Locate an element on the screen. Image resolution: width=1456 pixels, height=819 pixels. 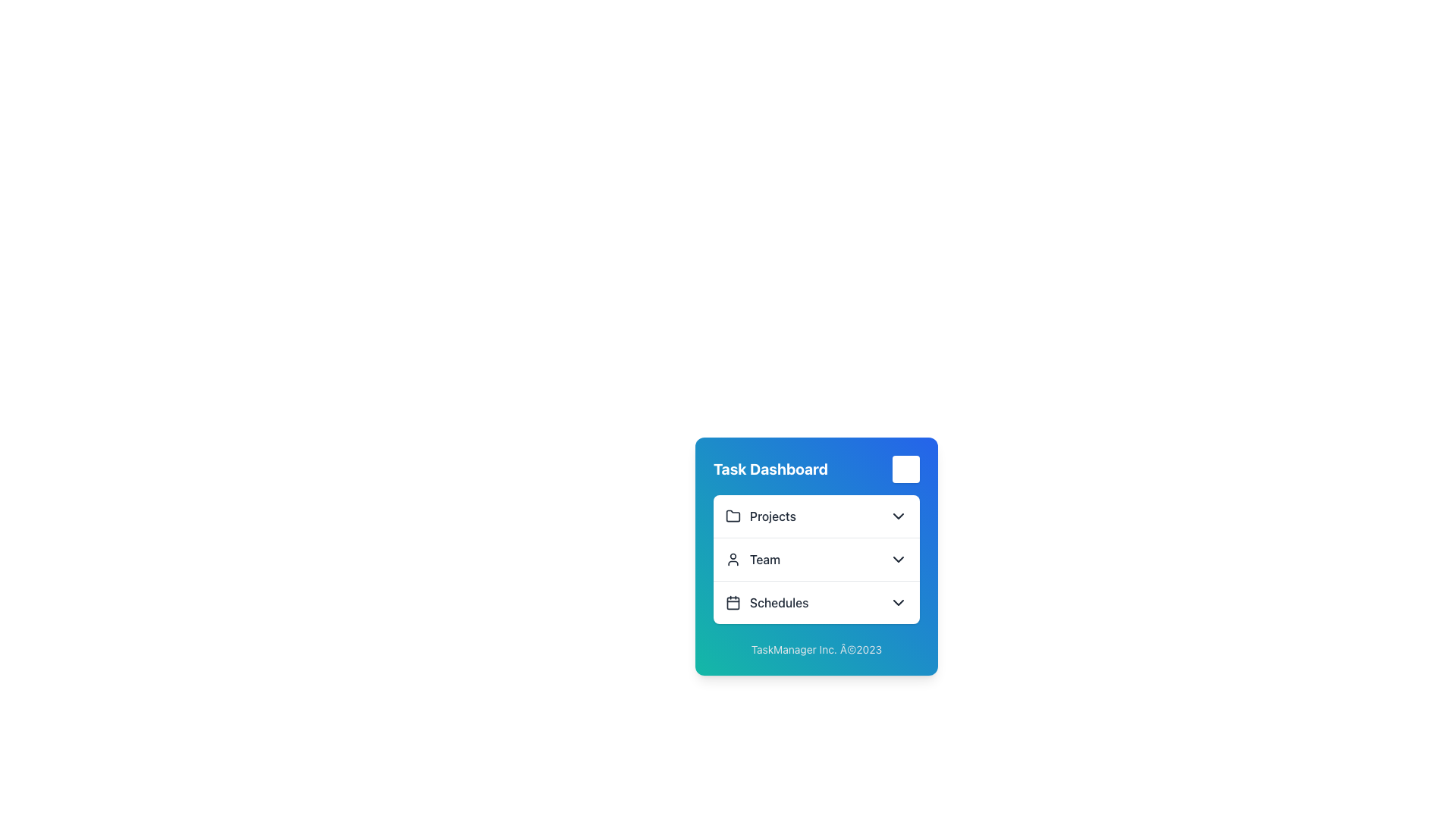
the second item in the list of the 'Task Dashboard' card, which represents a selectable menu option for the 'Team' section is located at coordinates (815, 559).